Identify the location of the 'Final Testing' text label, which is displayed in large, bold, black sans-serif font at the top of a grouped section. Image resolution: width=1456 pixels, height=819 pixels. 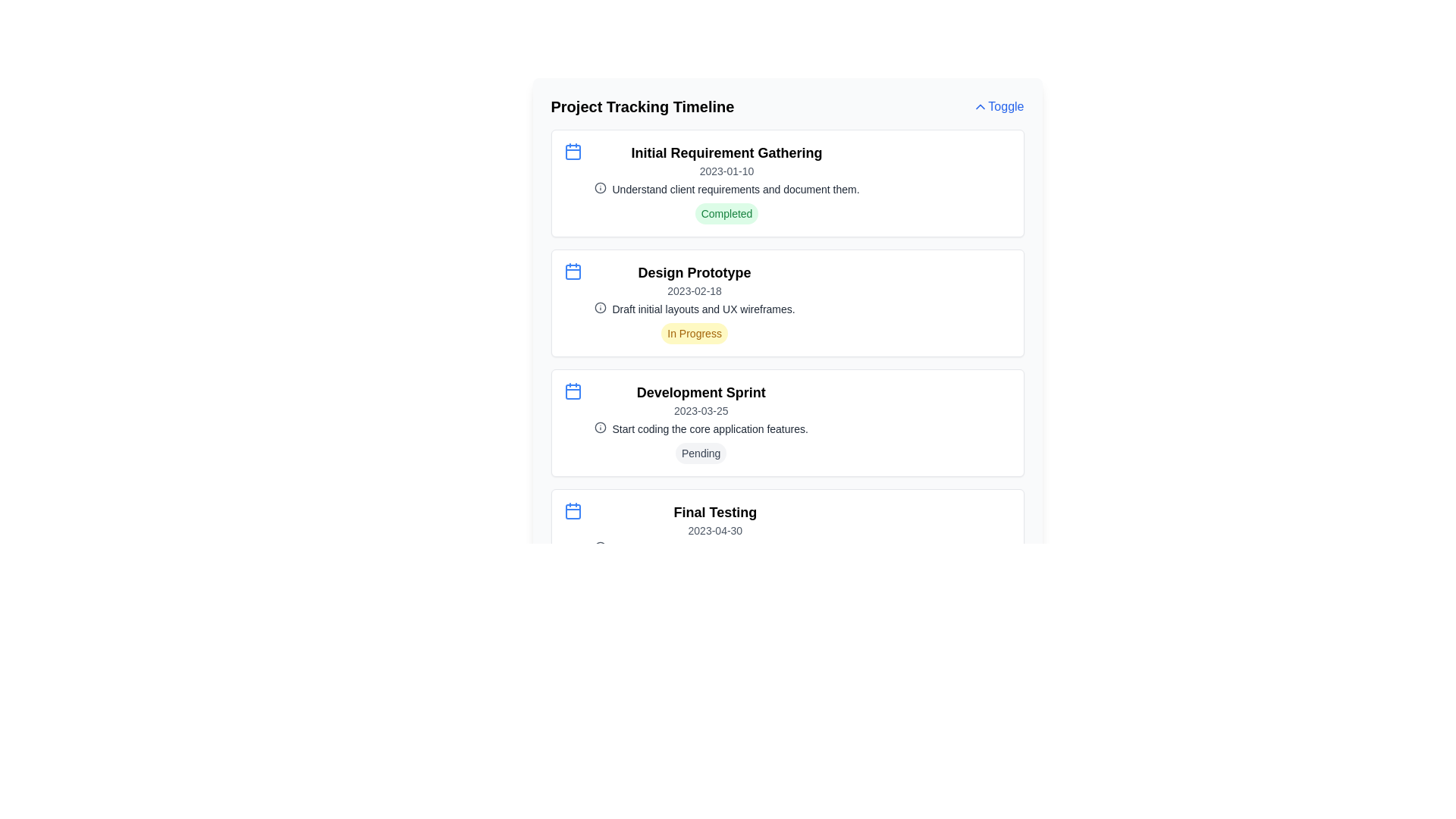
(714, 512).